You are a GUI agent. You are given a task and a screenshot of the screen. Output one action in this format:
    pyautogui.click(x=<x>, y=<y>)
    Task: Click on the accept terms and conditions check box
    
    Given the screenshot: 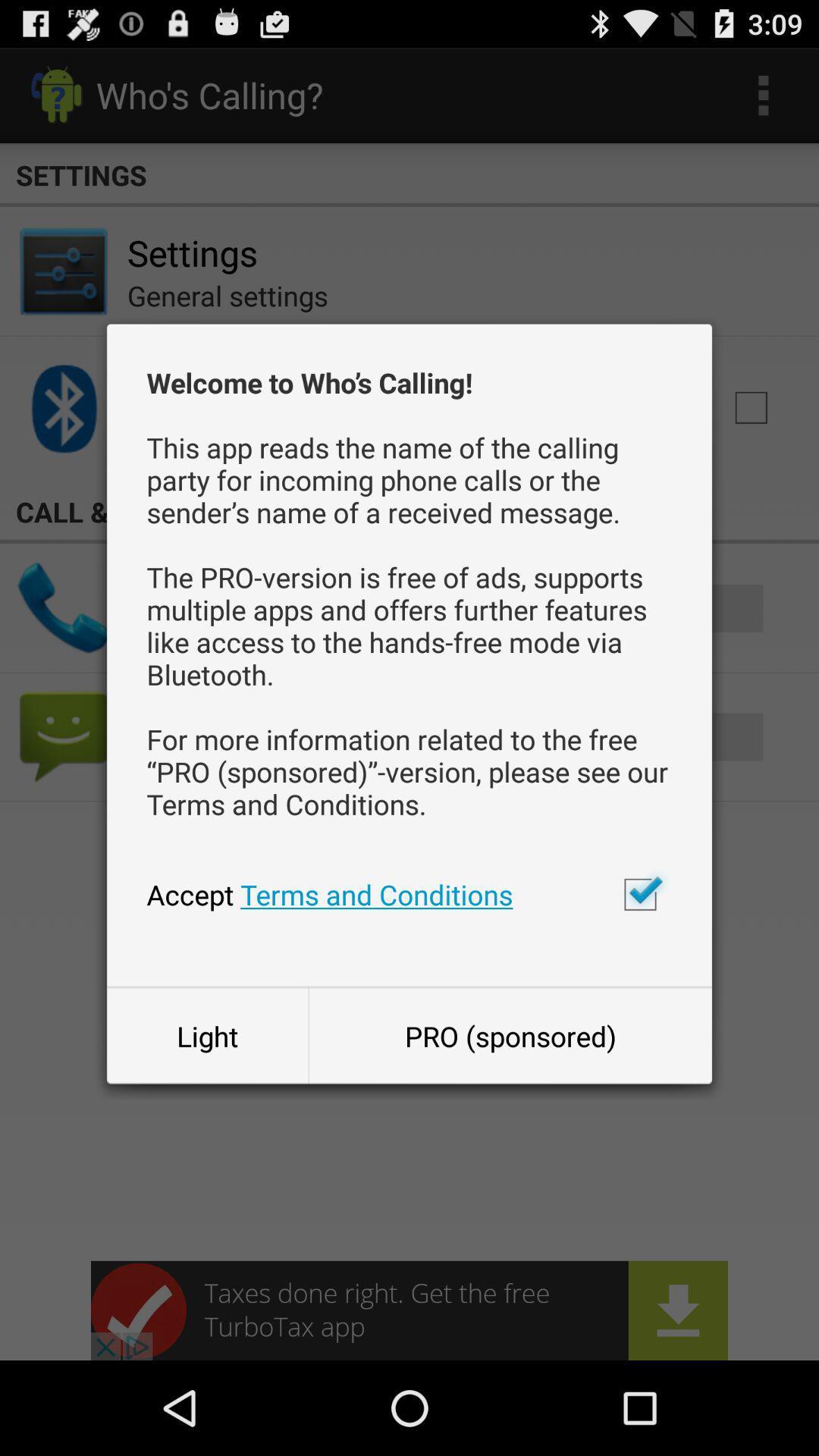 What is the action you would take?
    pyautogui.click(x=640, y=894)
    